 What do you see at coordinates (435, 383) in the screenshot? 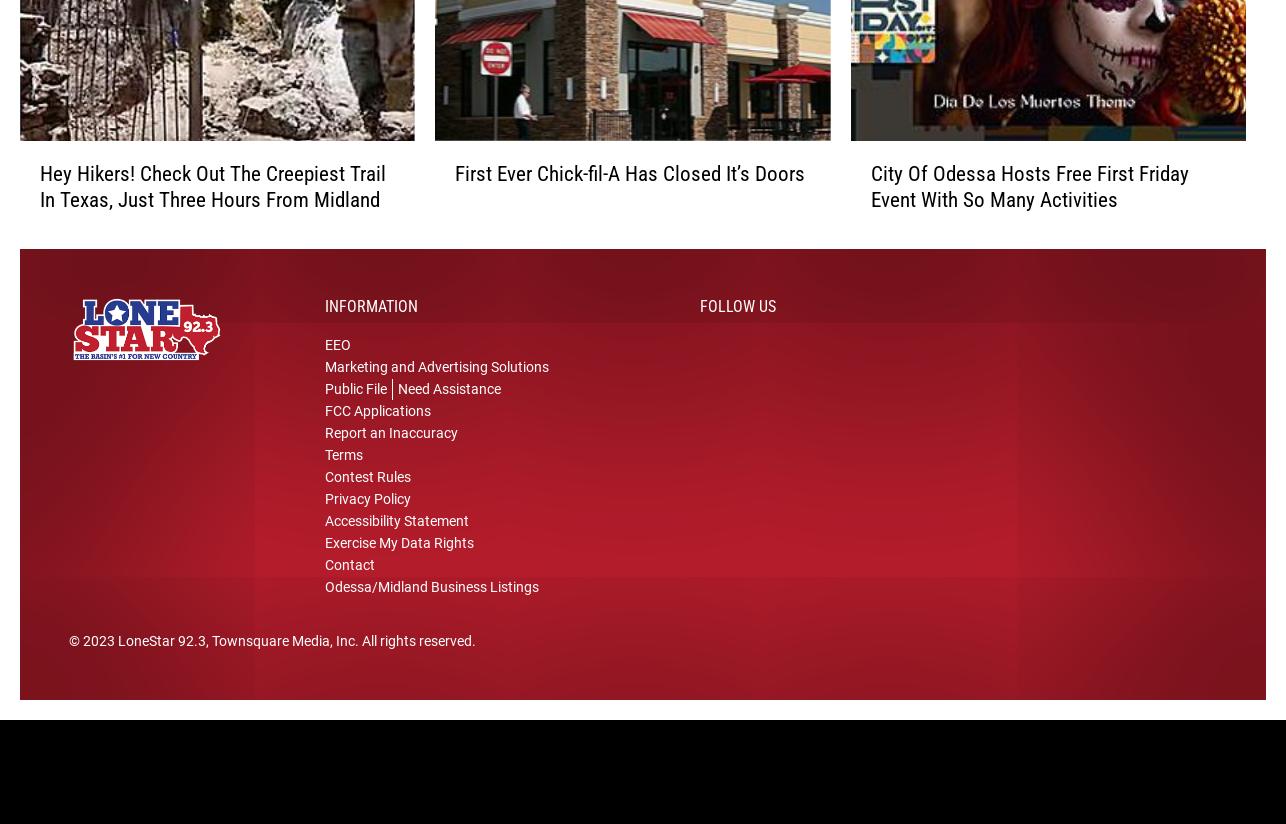
I see `'Marketing and Advertising Solutions'` at bounding box center [435, 383].